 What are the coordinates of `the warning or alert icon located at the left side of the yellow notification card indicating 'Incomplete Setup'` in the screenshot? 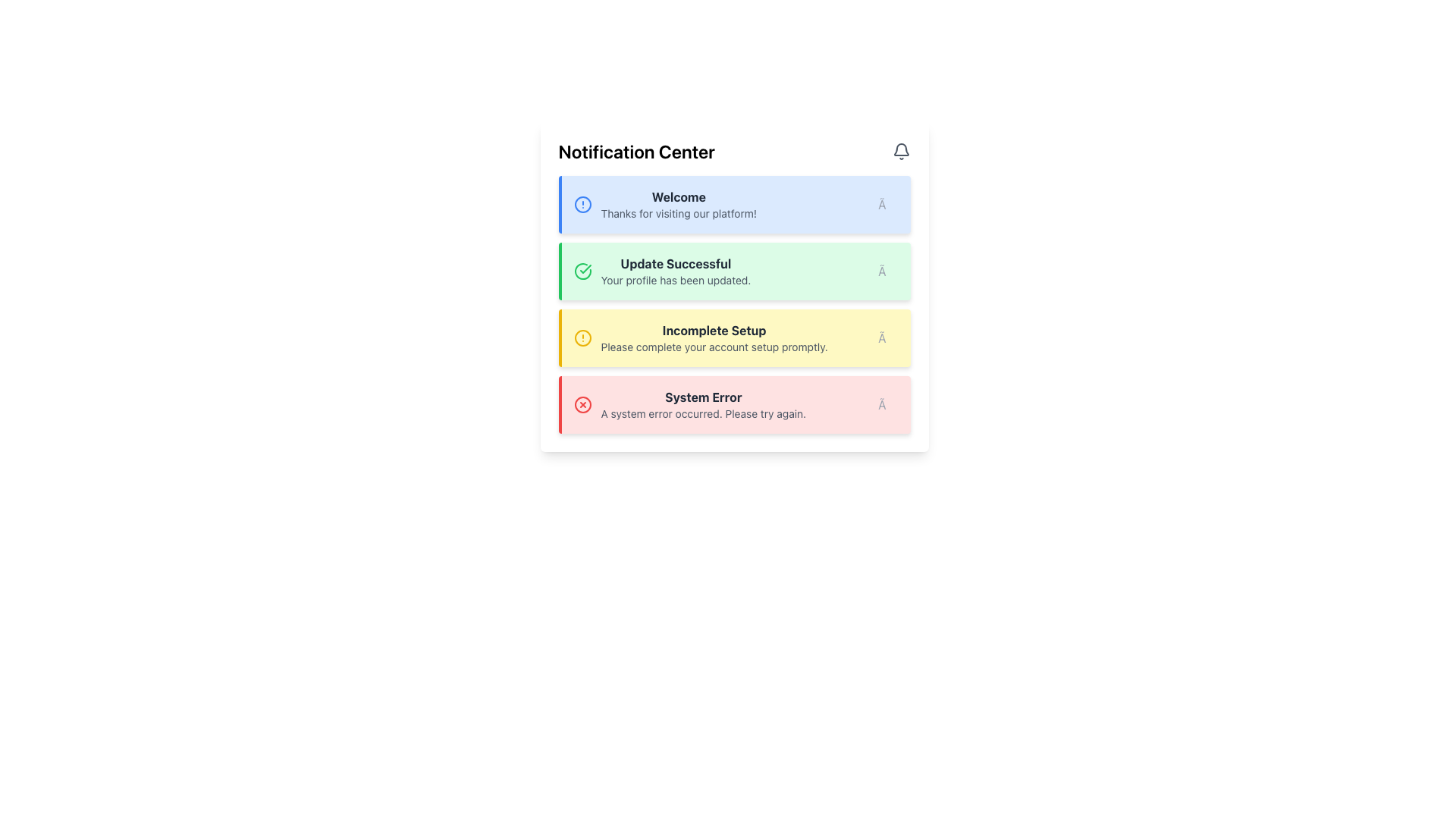 It's located at (582, 337).